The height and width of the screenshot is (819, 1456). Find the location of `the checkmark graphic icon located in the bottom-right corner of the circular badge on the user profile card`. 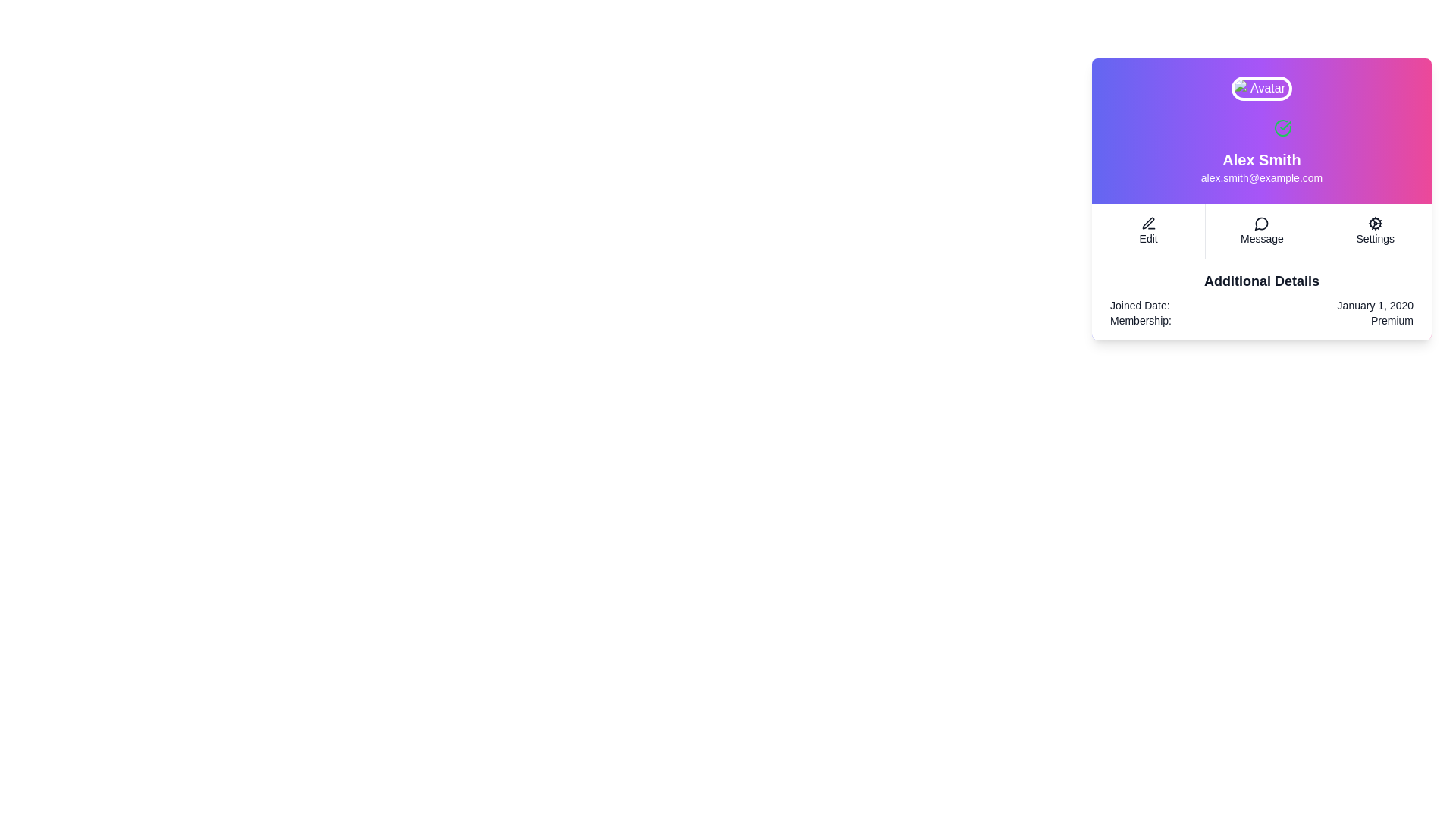

the checkmark graphic icon located in the bottom-right corner of the circular badge on the user profile card is located at coordinates (1285, 124).